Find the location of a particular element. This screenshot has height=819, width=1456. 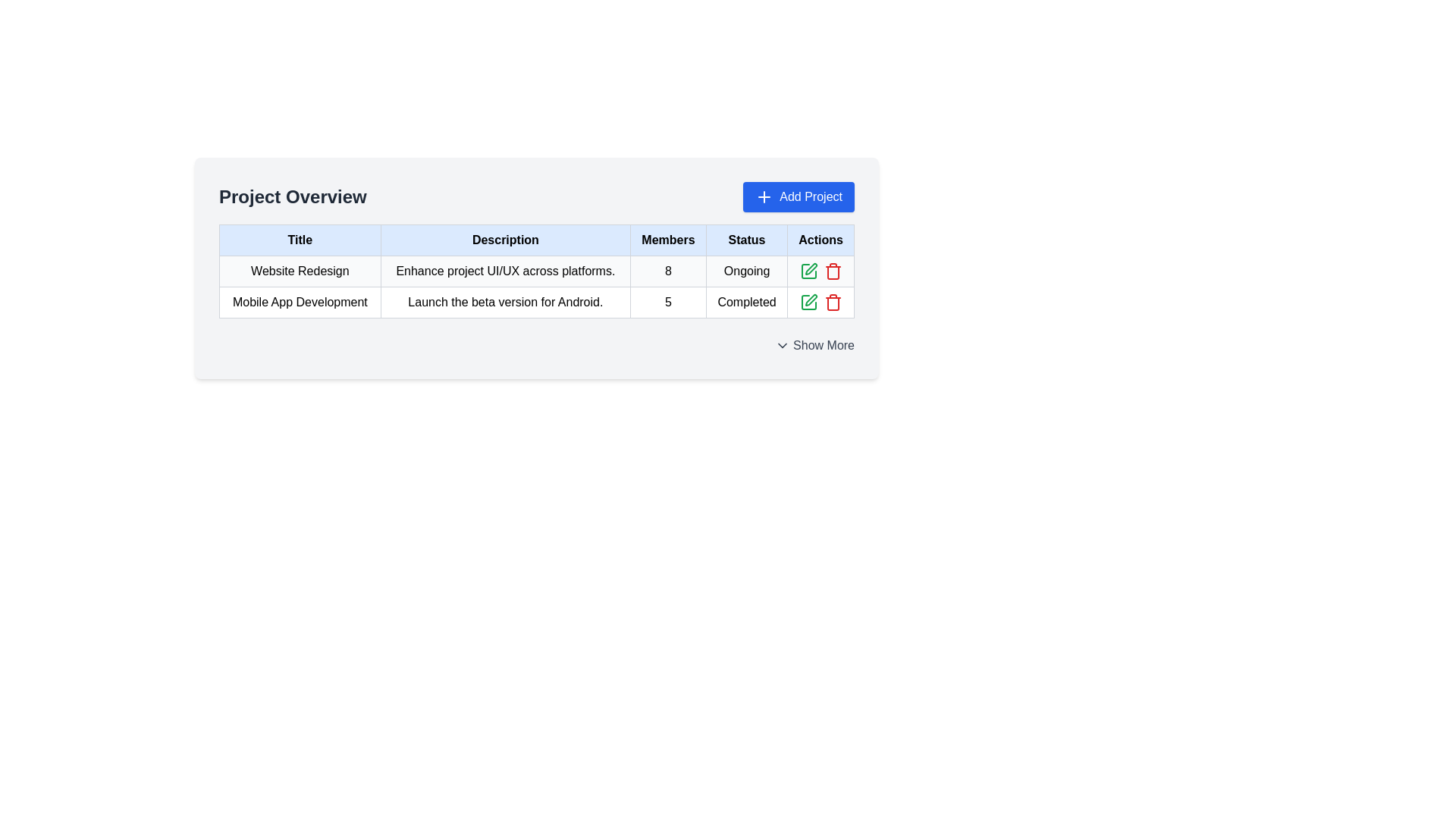

the Text Label located in the second row of the table under the 'Description' column, positioned between 'Mobile App Development' and '5' is located at coordinates (505, 302).